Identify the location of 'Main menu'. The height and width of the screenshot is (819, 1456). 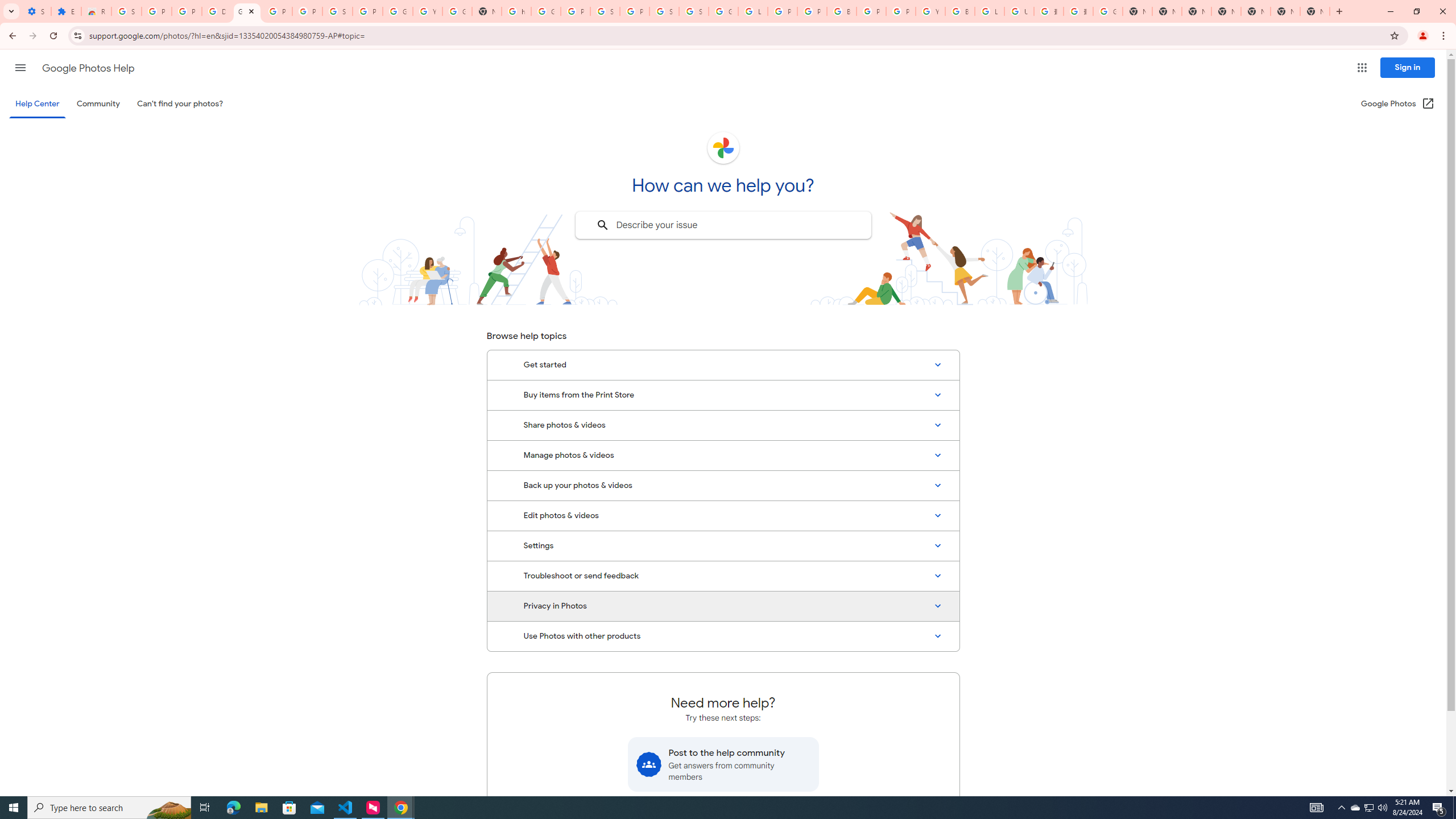
(19, 67).